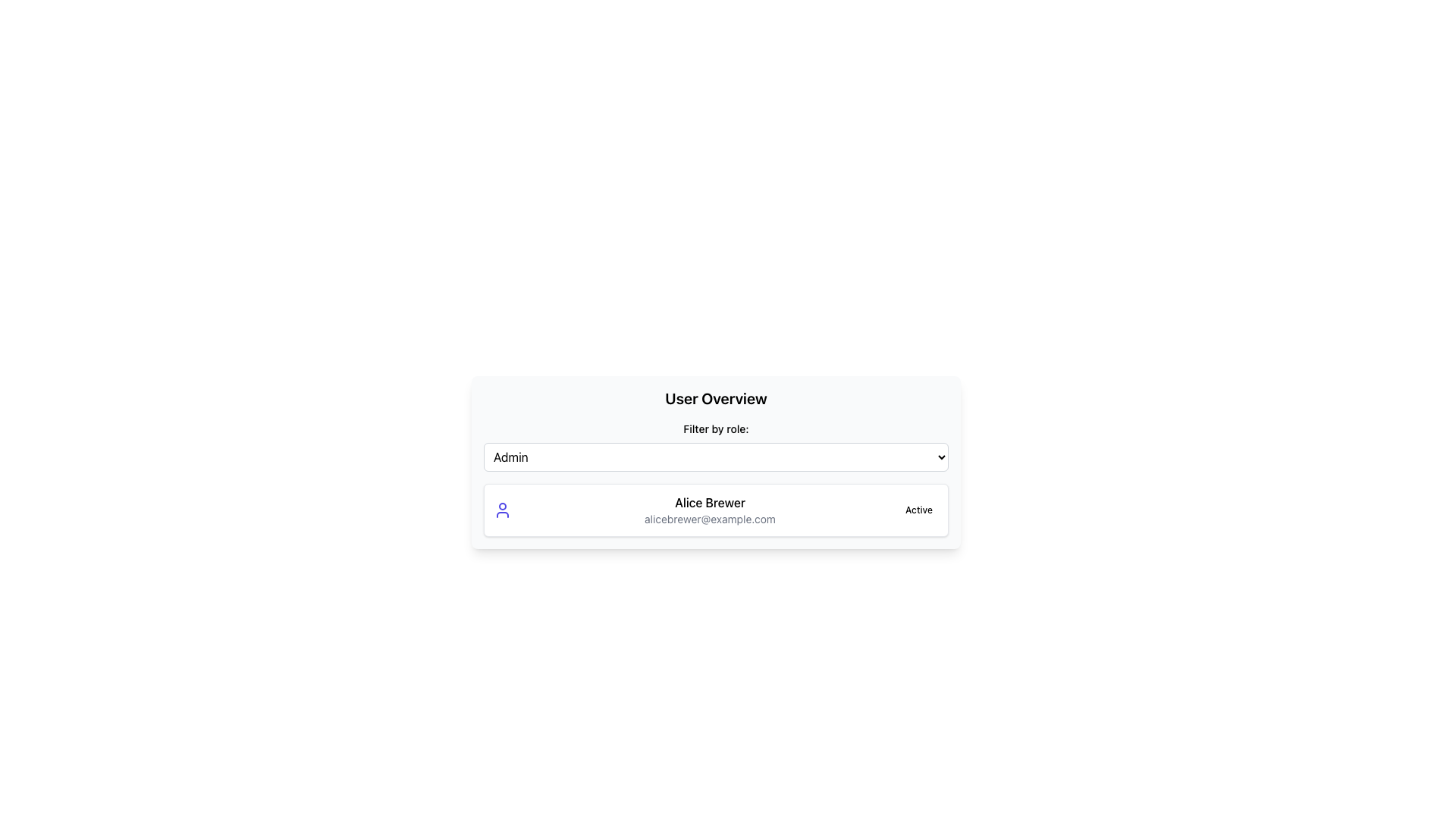 The width and height of the screenshot is (1456, 819). Describe the element at coordinates (715, 510) in the screenshot. I see `the email section of the Profile Card to copy the email address displayed, which is centrally aligned within the card` at that location.